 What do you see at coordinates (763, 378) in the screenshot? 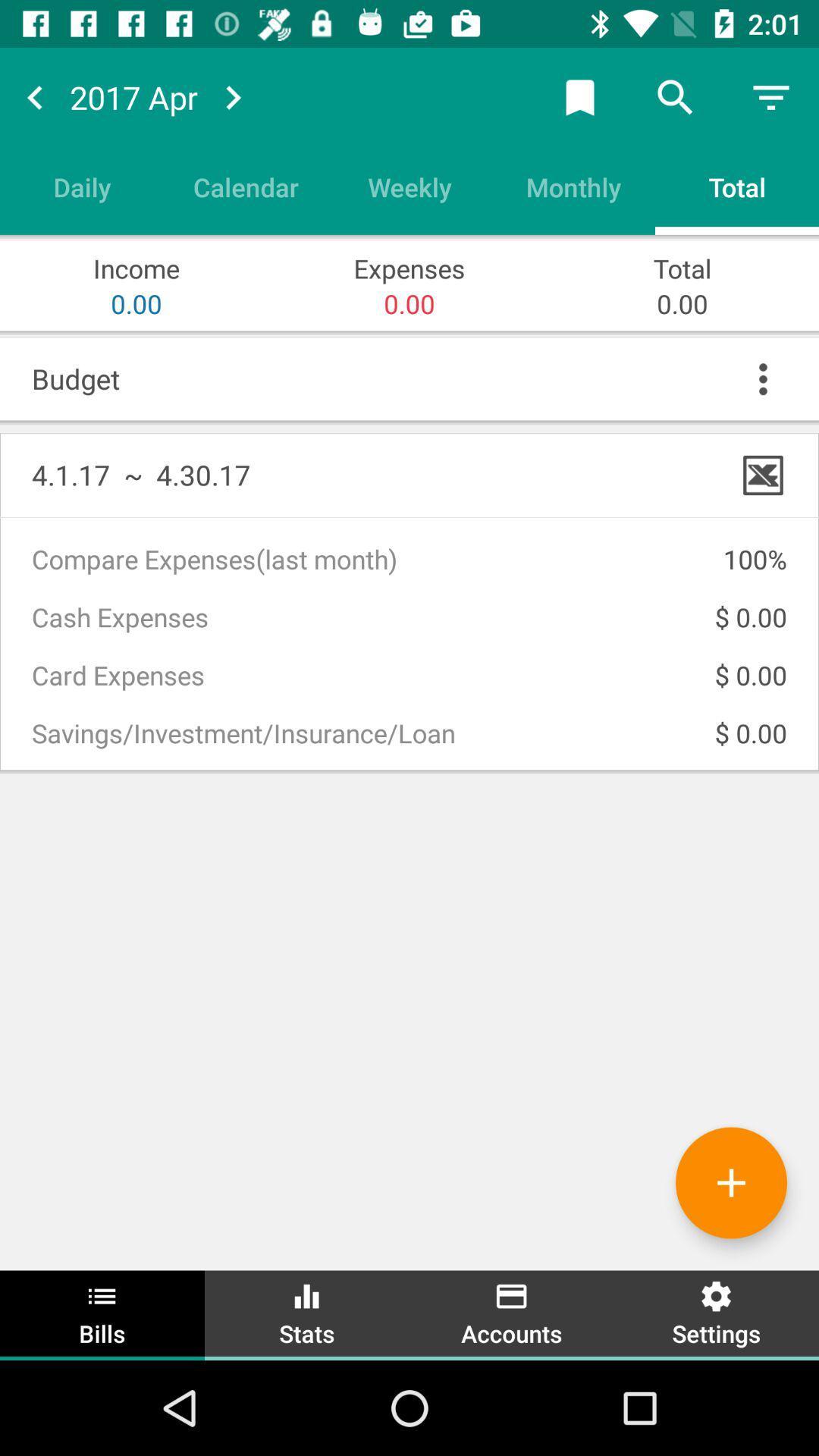
I see `the more icon` at bounding box center [763, 378].